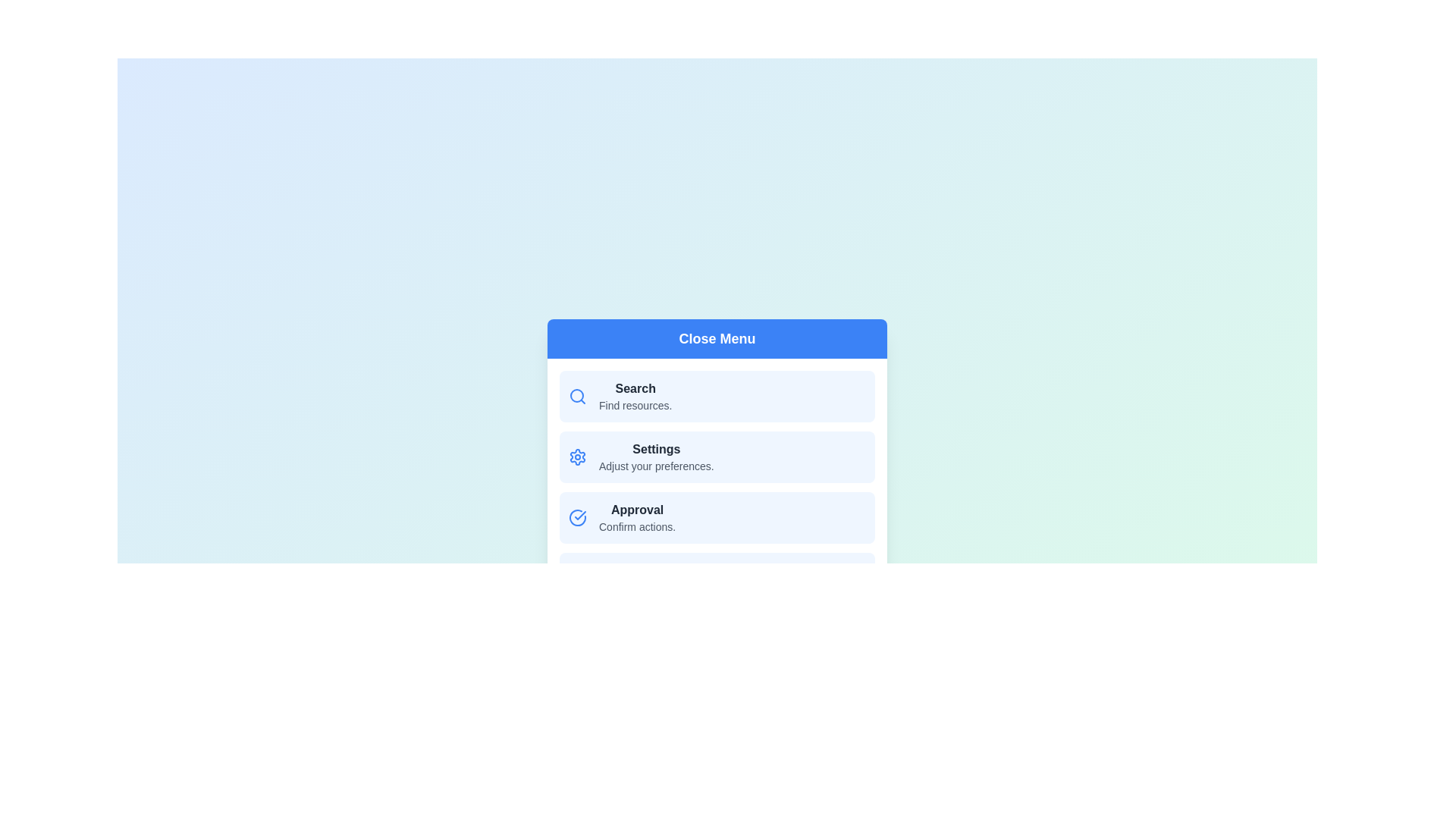 The height and width of the screenshot is (819, 1456). What do you see at coordinates (716, 396) in the screenshot?
I see `the menu item corresponding to Search` at bounding box center [716, 396].